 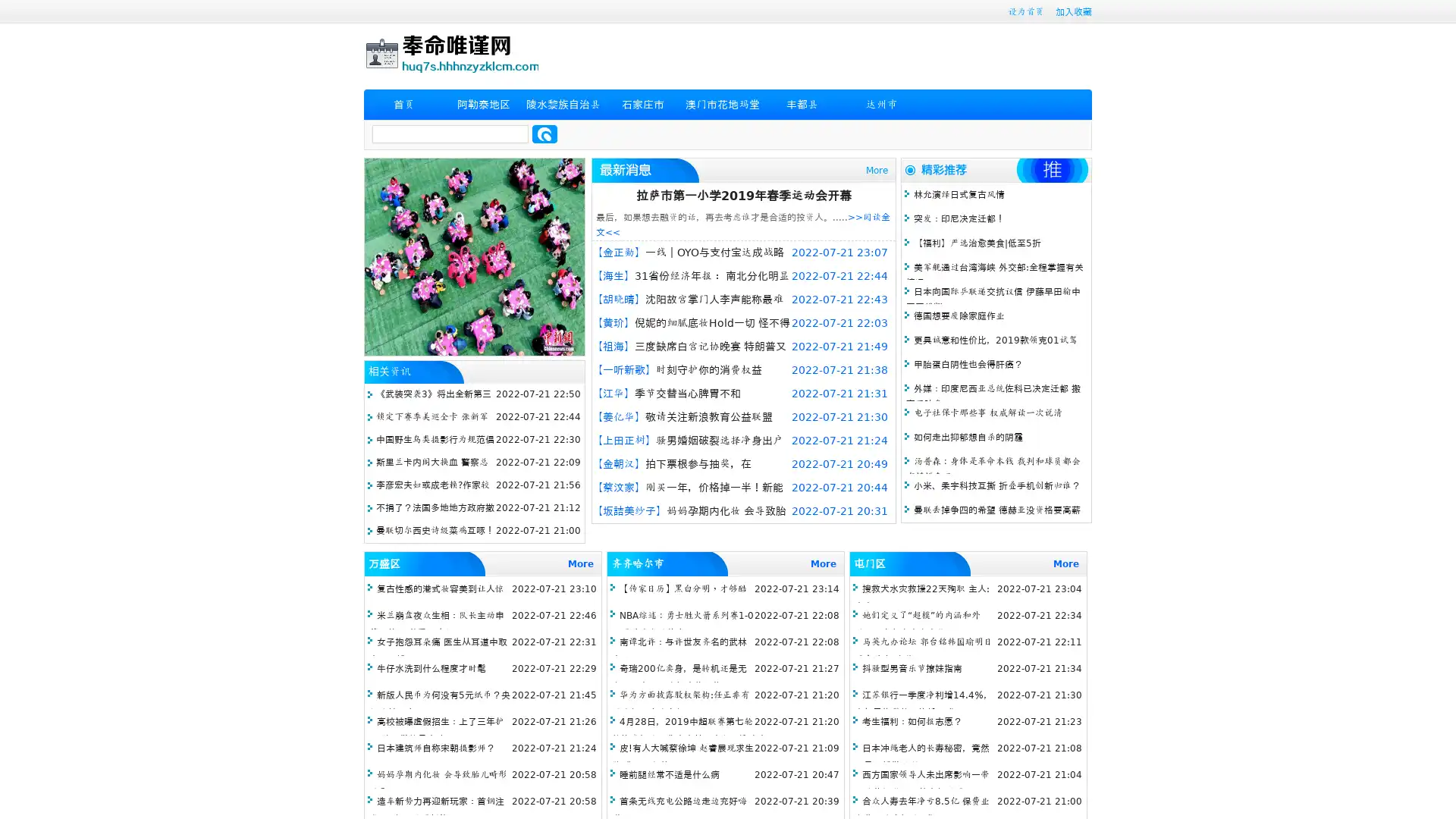 I want to click on Search, so click(x=544, y=133).